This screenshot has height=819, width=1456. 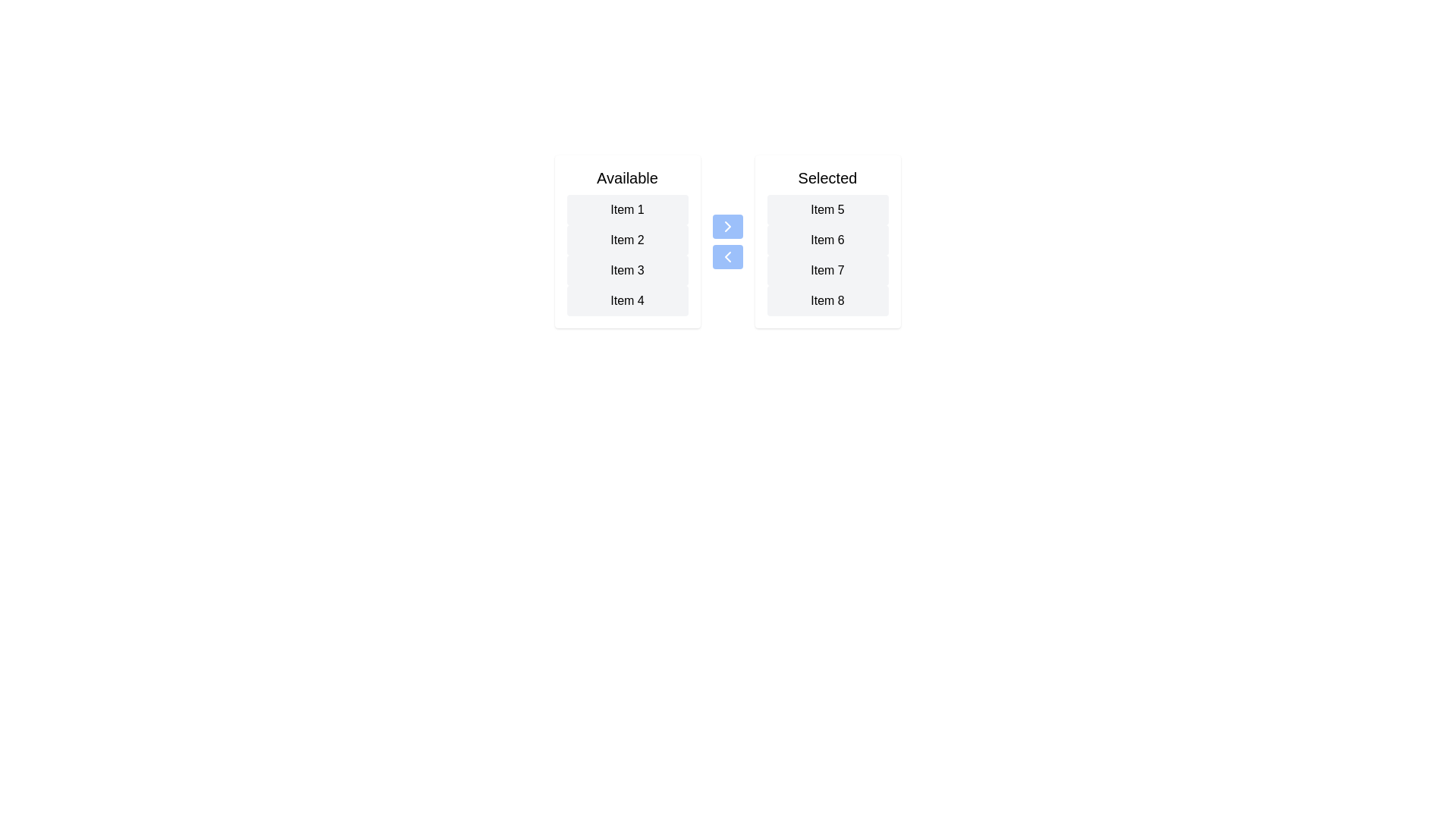 What do you see at coordinates (627, 210) in the screenshot?
I see `the first non-interactive list item in the 'Available' panel` at bounding box center [627, 210].